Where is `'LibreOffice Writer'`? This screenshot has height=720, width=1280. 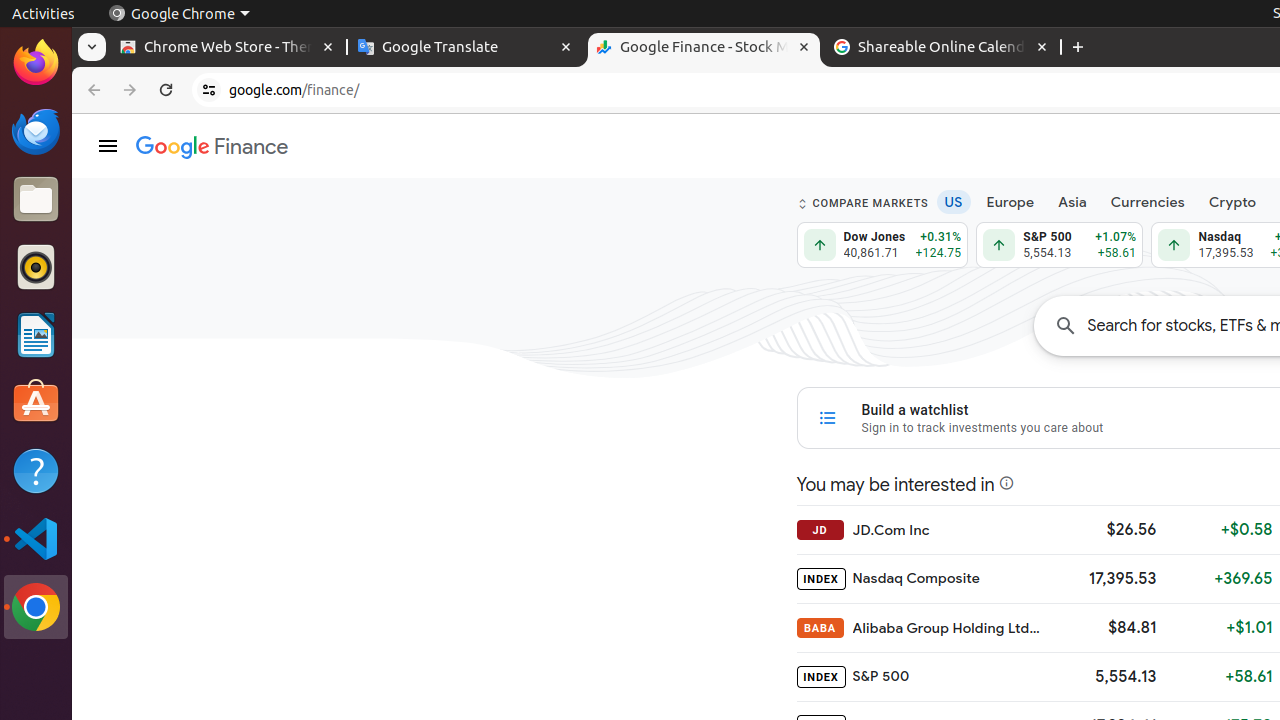 'LibreOffice Writer' is located at coordinates (35, 334).